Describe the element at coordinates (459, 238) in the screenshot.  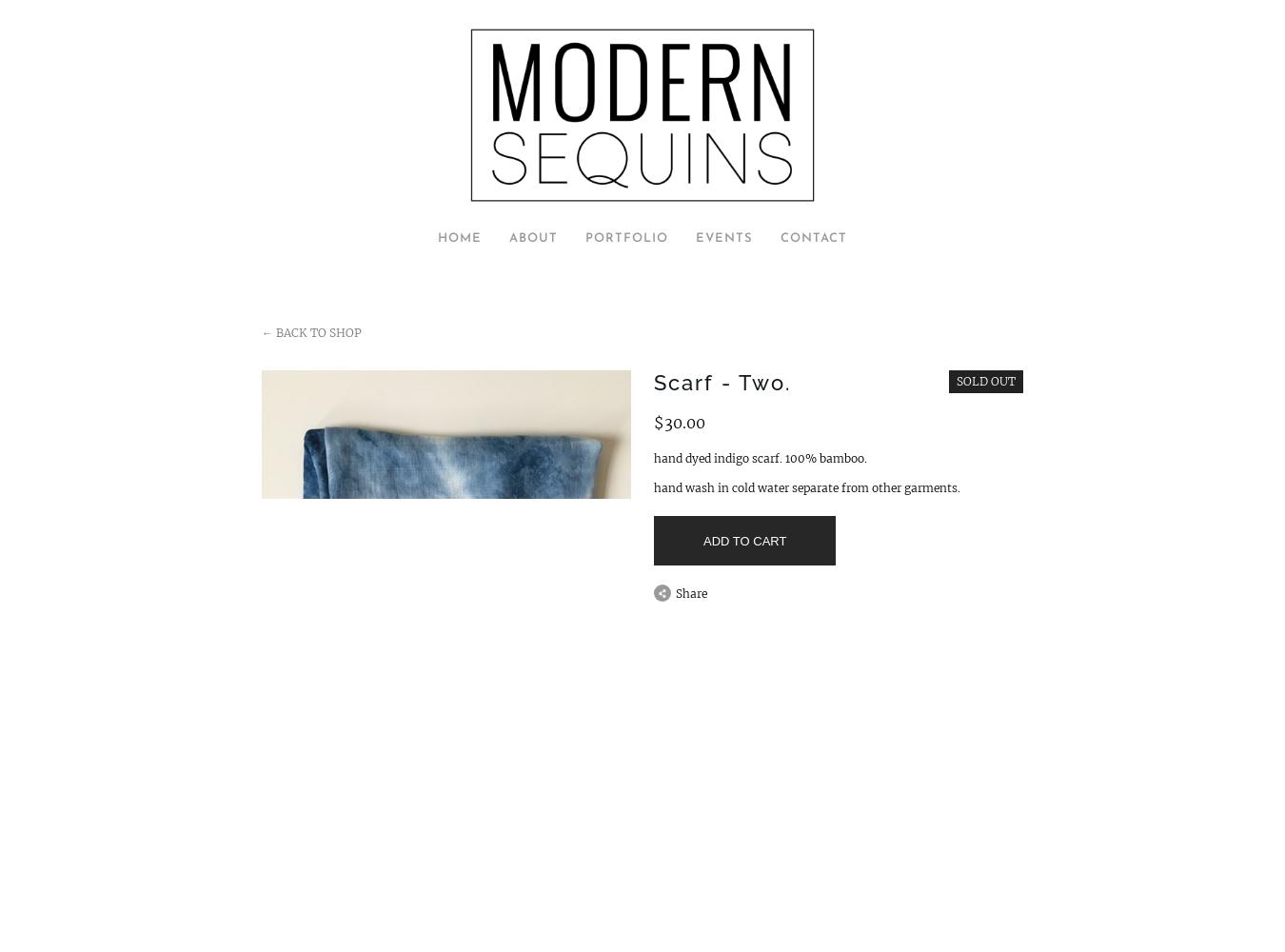
I see `'Home'` at that location.